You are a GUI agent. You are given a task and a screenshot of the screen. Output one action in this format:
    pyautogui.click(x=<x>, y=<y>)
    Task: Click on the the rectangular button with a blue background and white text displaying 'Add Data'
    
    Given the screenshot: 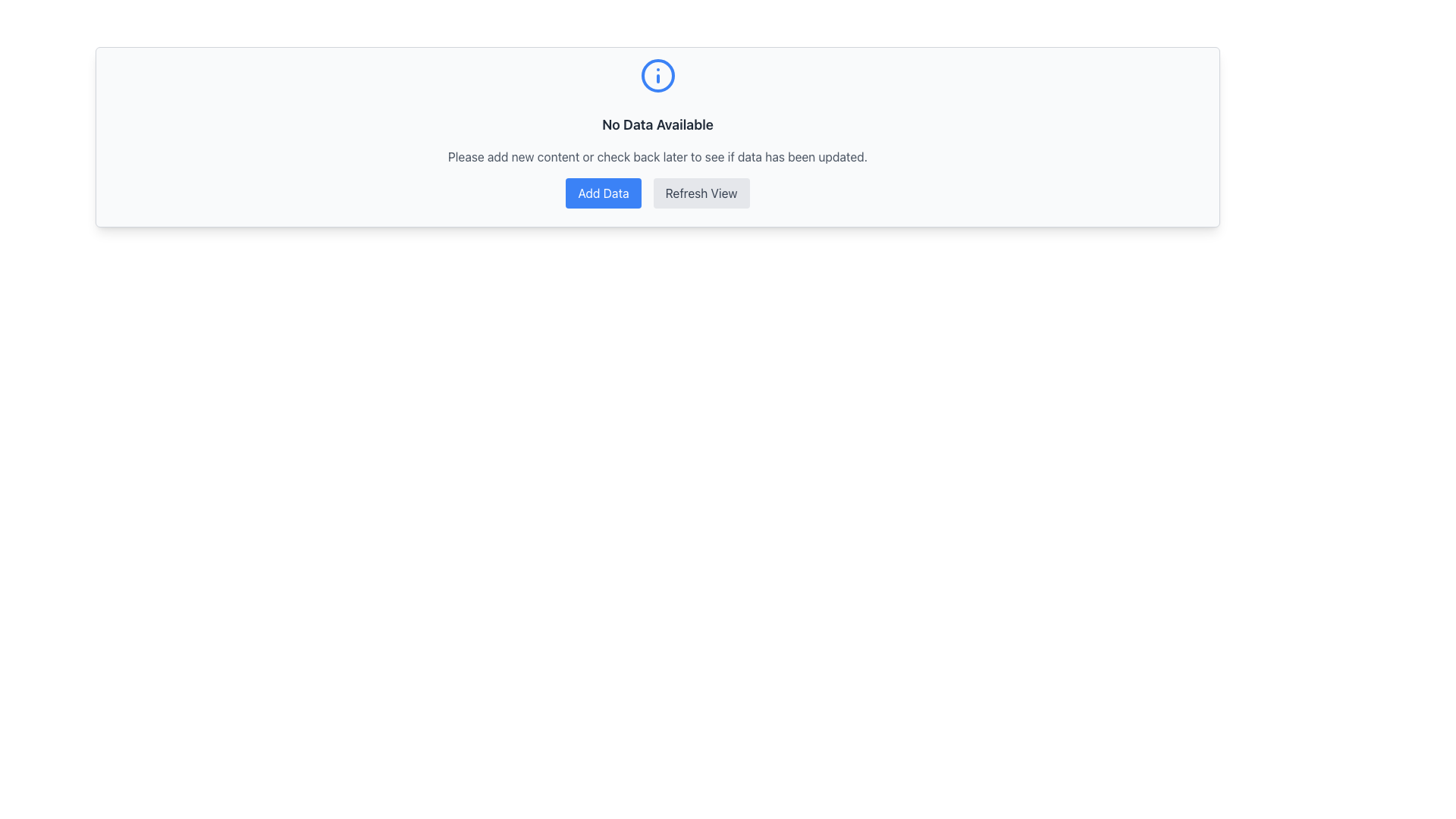 What is the action you would take?
    pyautogui.click(x=603, y=192)
    